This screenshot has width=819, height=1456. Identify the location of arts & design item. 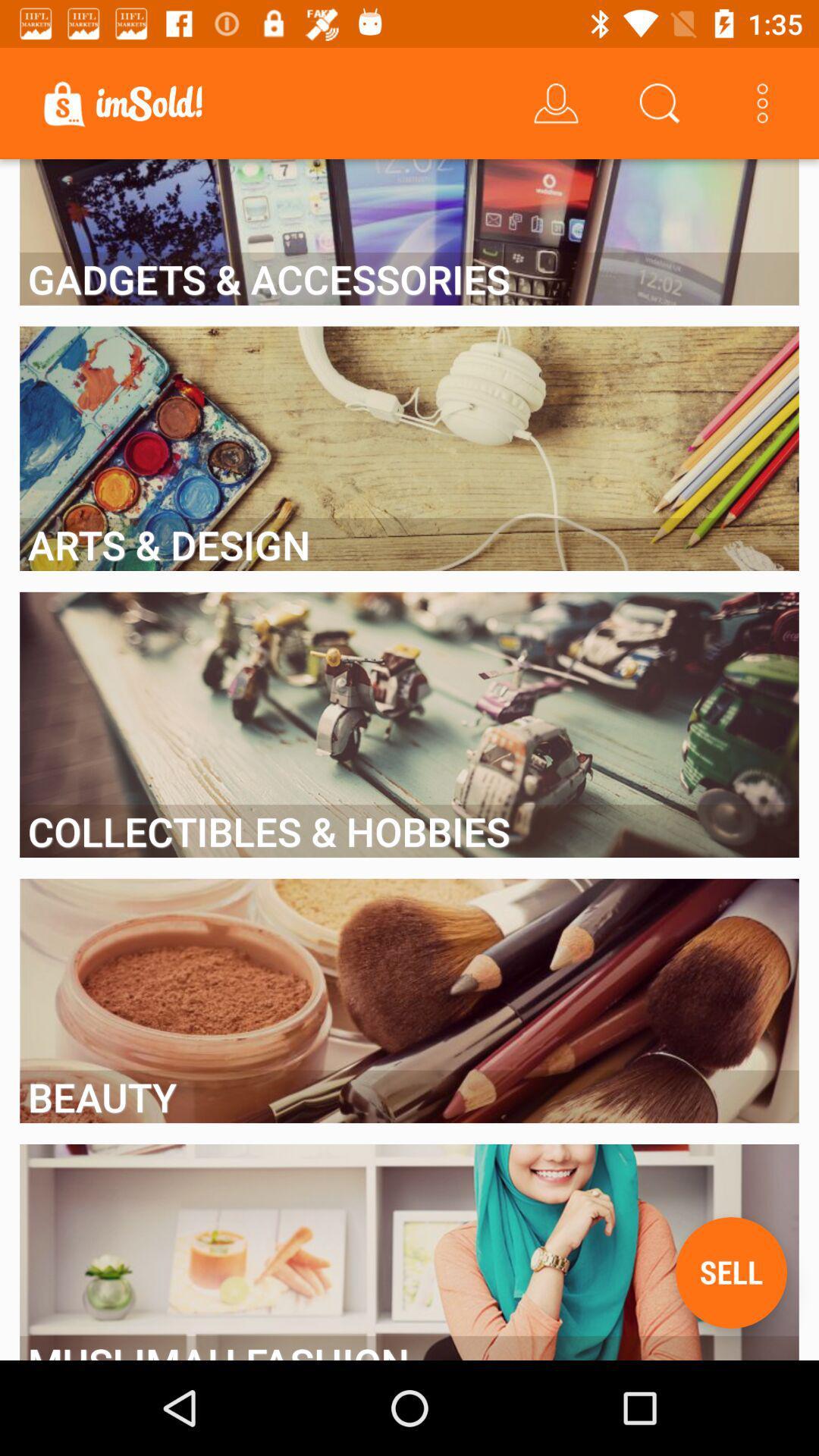
(409, 544).